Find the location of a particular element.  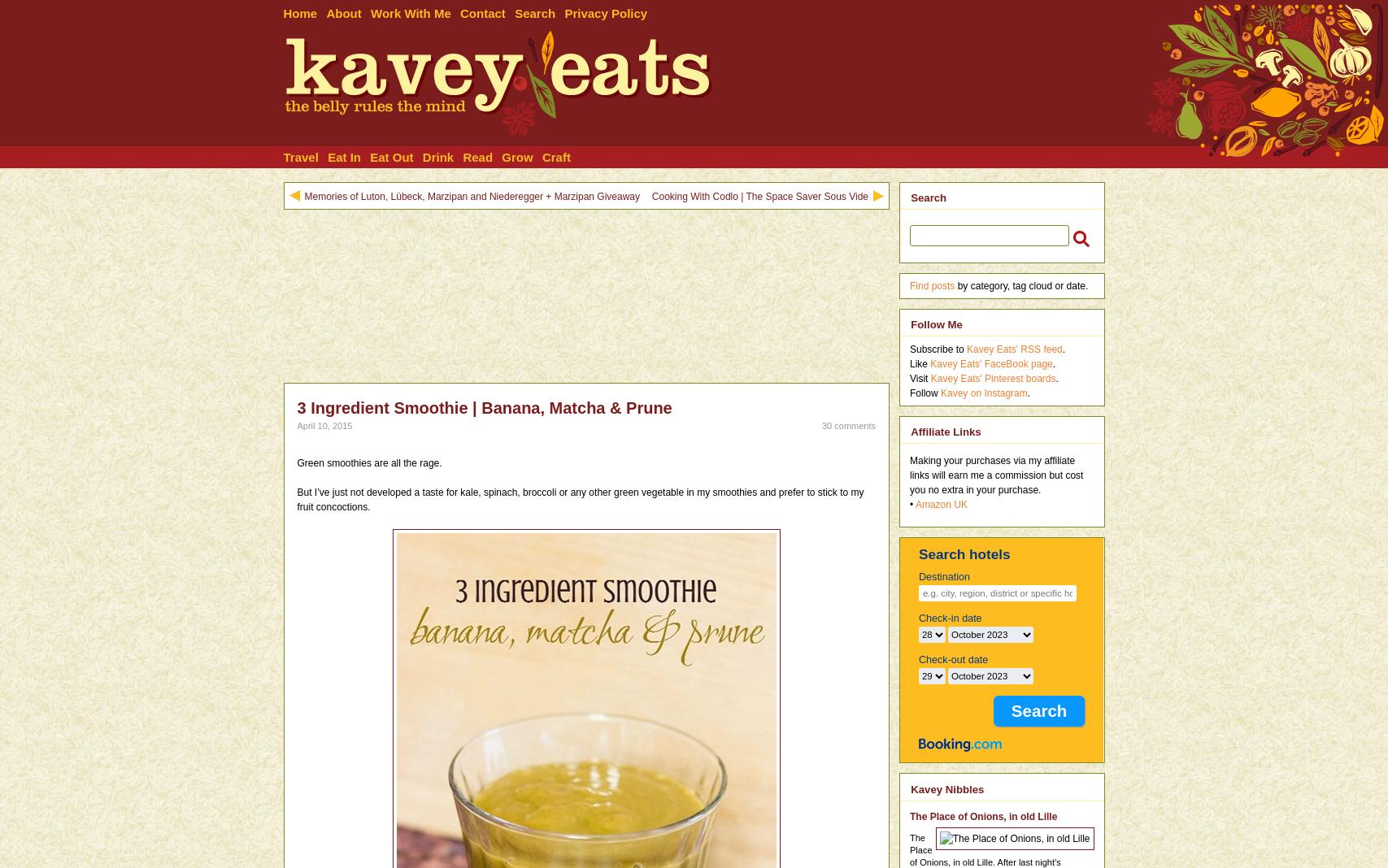

'by category, tag cloud or date.' is located at coordinates (1020, 284).